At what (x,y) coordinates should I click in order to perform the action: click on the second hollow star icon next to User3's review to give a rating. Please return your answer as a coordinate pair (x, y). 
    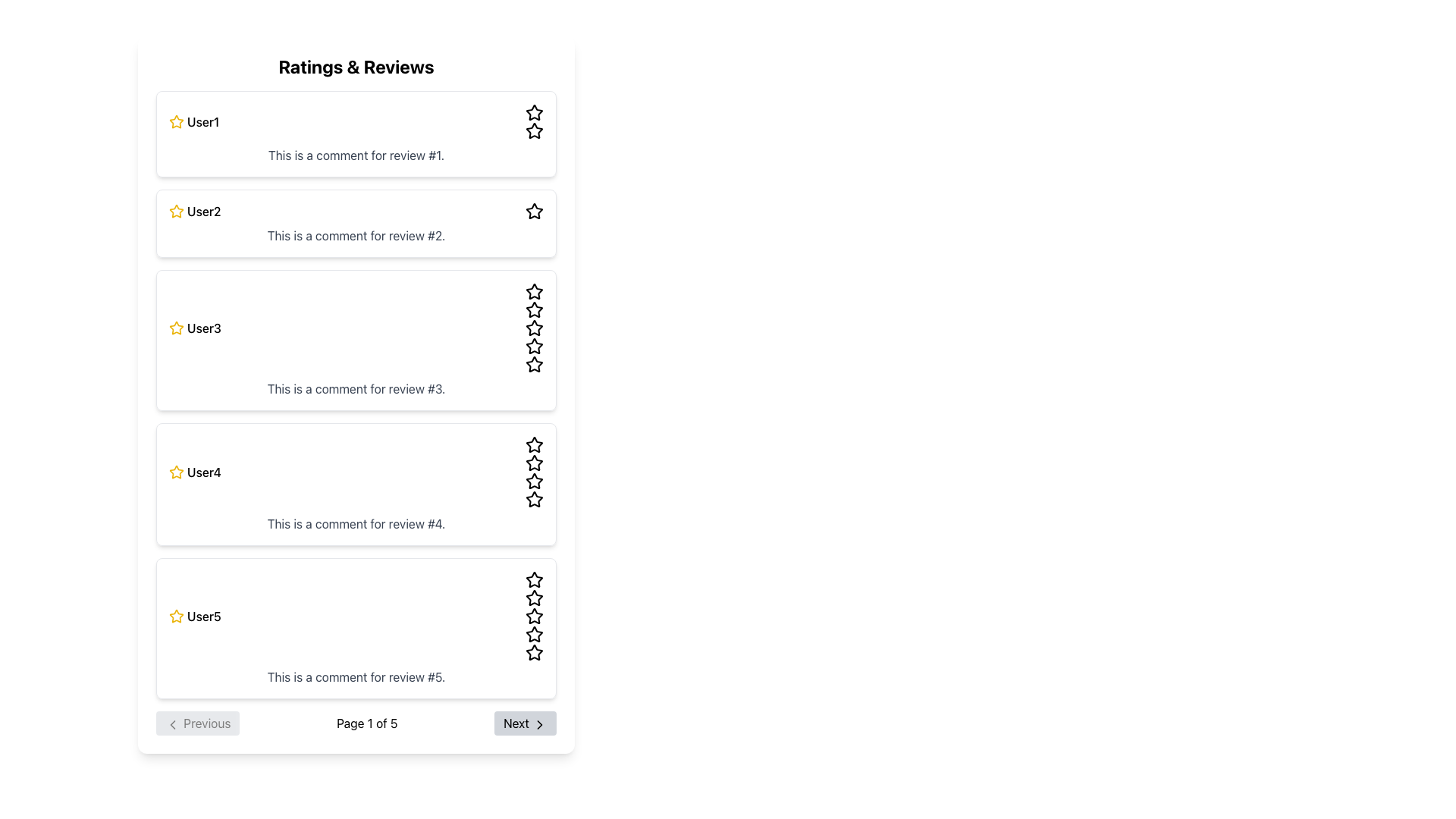
    Looking at the image, I should click on (535, 309).